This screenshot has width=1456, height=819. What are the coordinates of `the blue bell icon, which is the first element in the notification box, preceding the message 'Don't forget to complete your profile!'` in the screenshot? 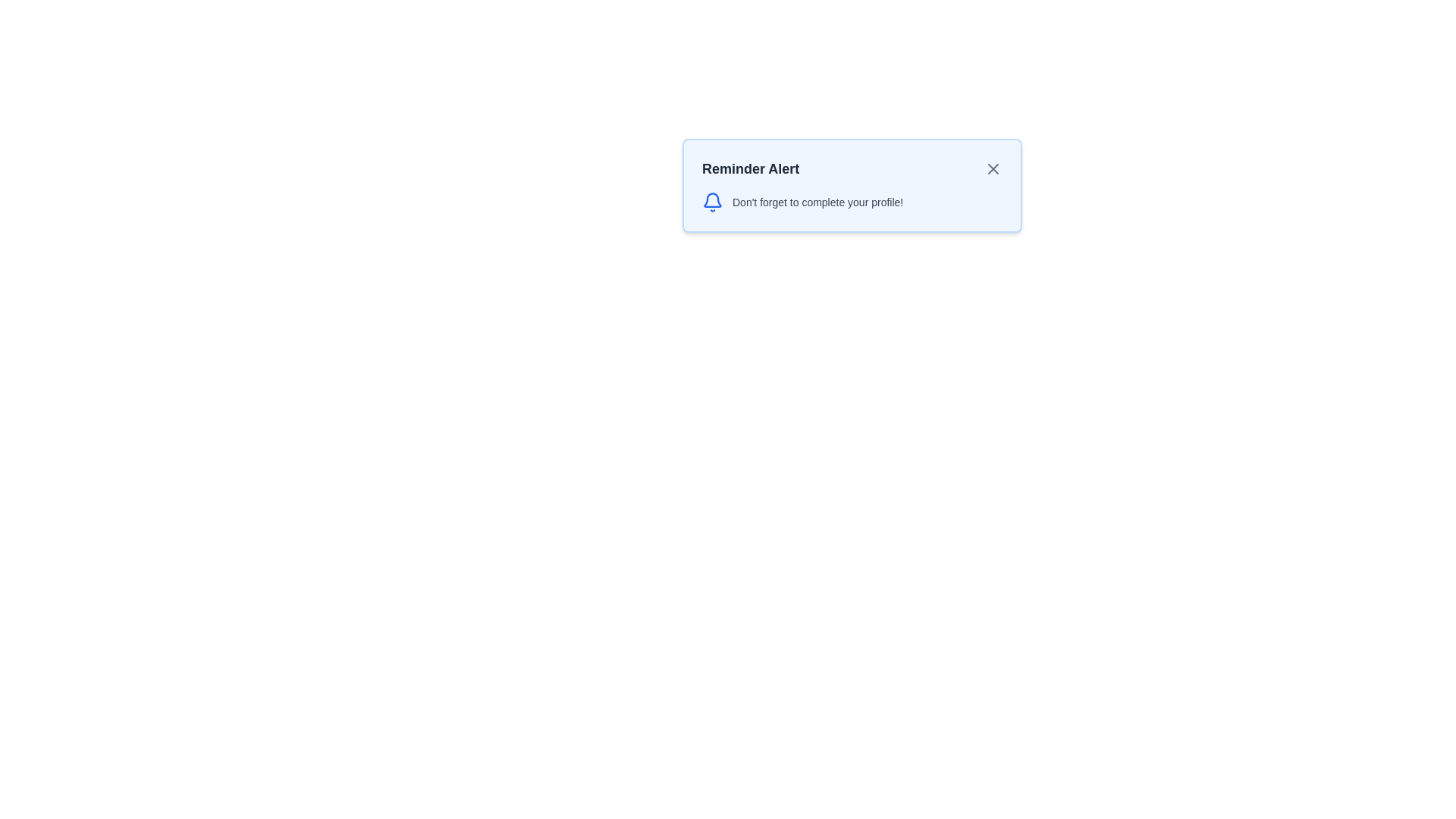 It's located at (712, 201).